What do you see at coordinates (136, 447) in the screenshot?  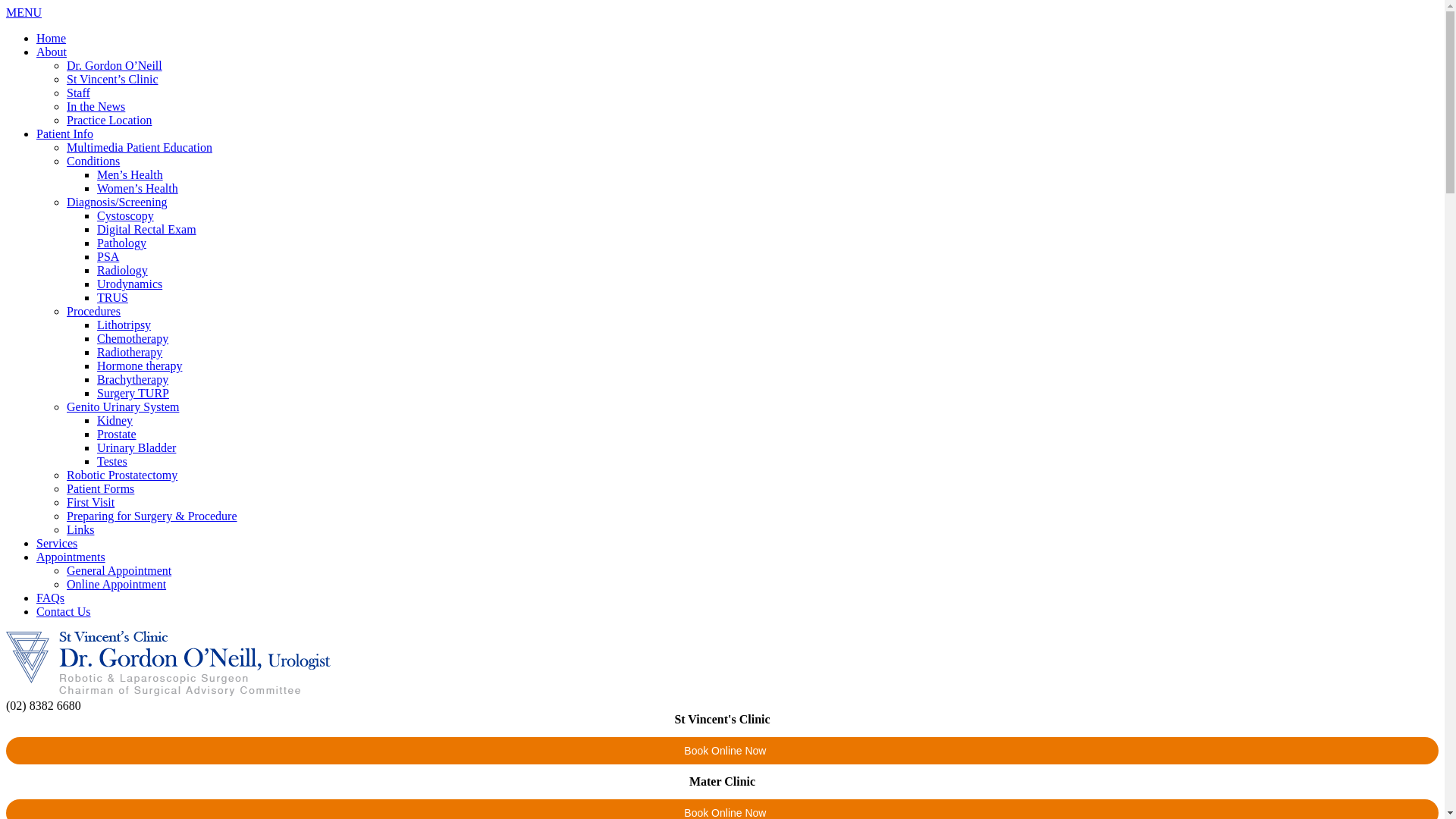 I see `'Urinary Bladder'` at bounding box center [136, 447].